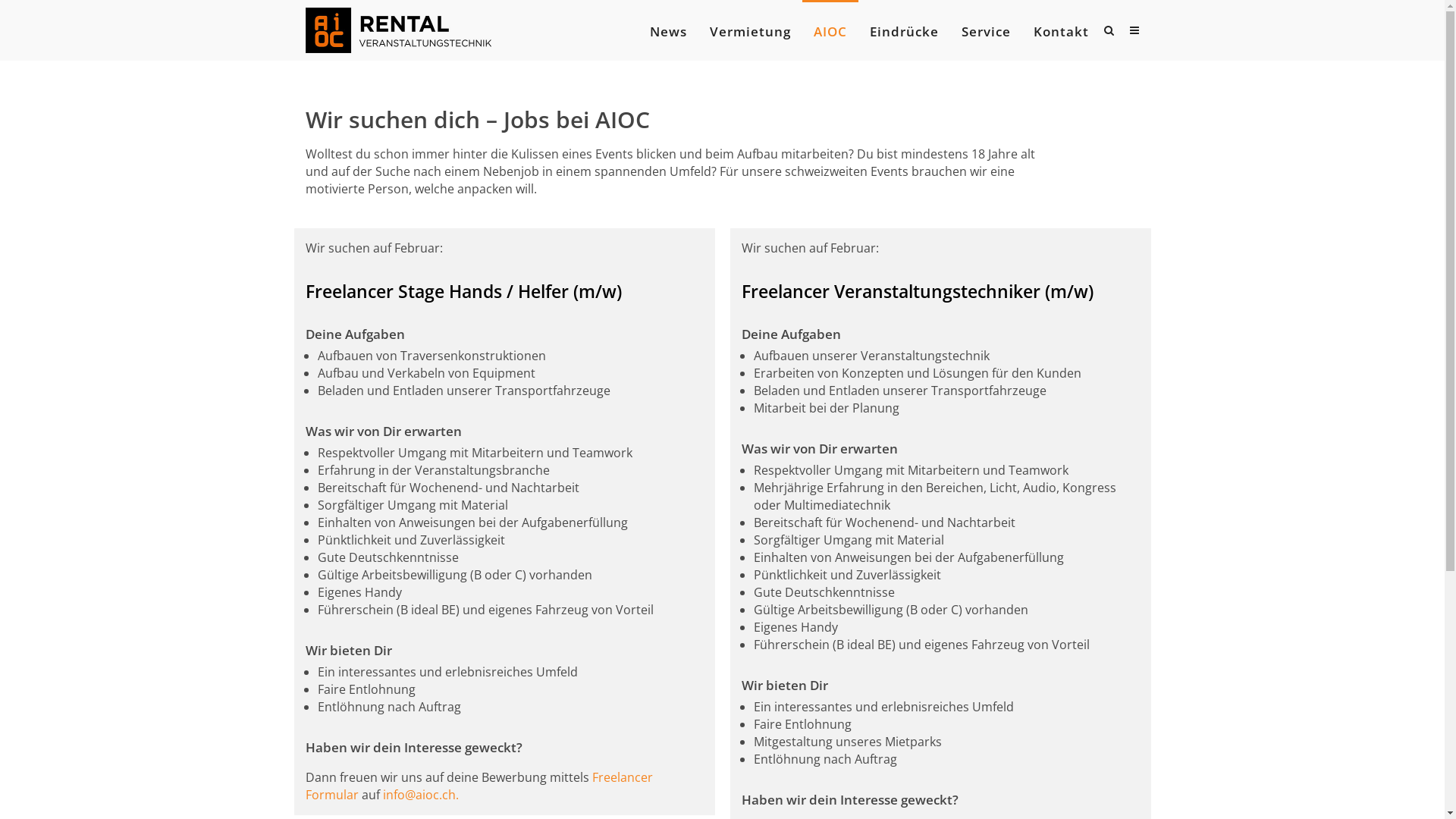  Describe the element at coordinates (667, 32) in the screenshot. I see `'News'` at that location.